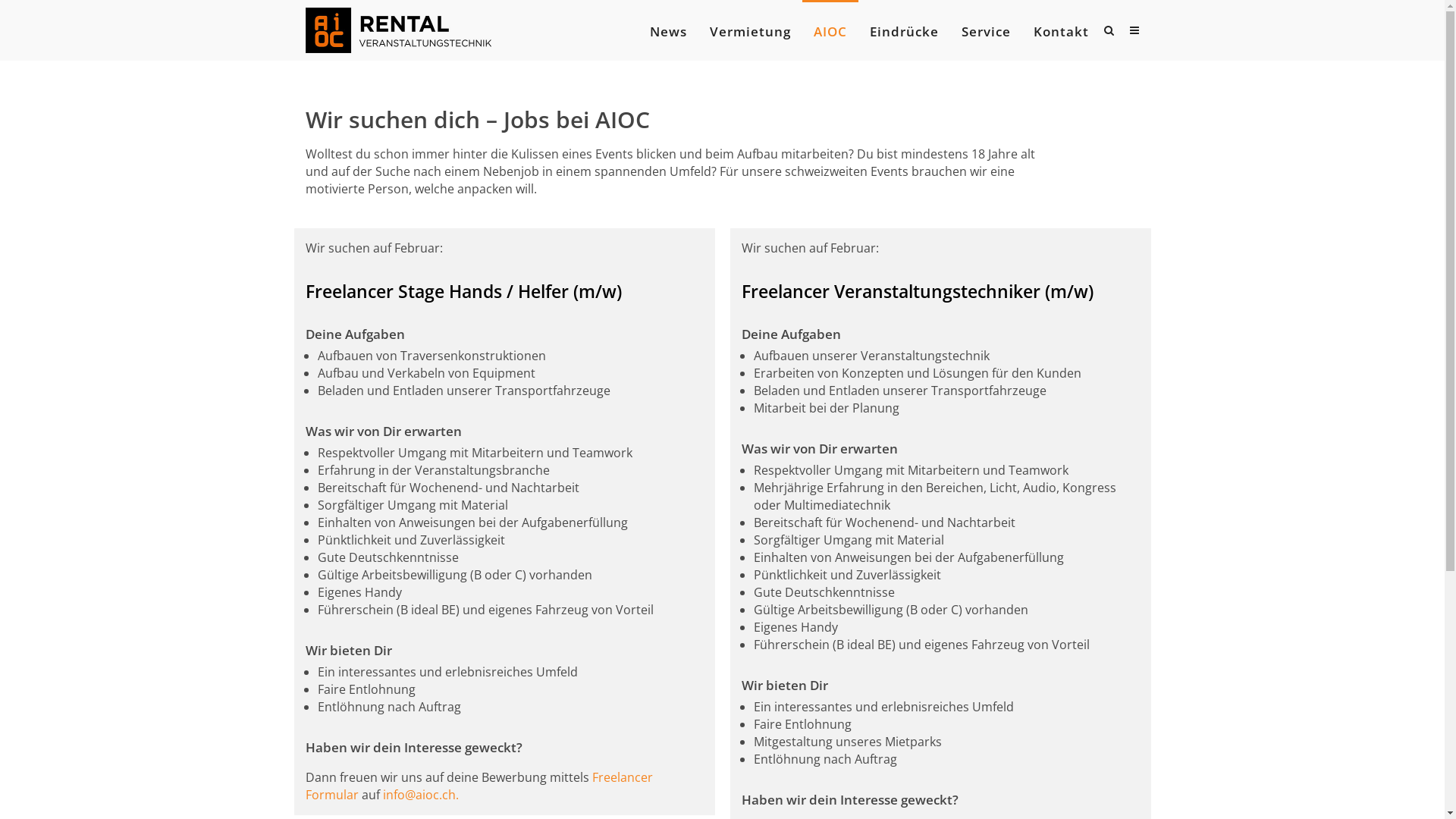  Describe the element at coordinates (667, 32) in the screenshot. I see `'News'` at that location.